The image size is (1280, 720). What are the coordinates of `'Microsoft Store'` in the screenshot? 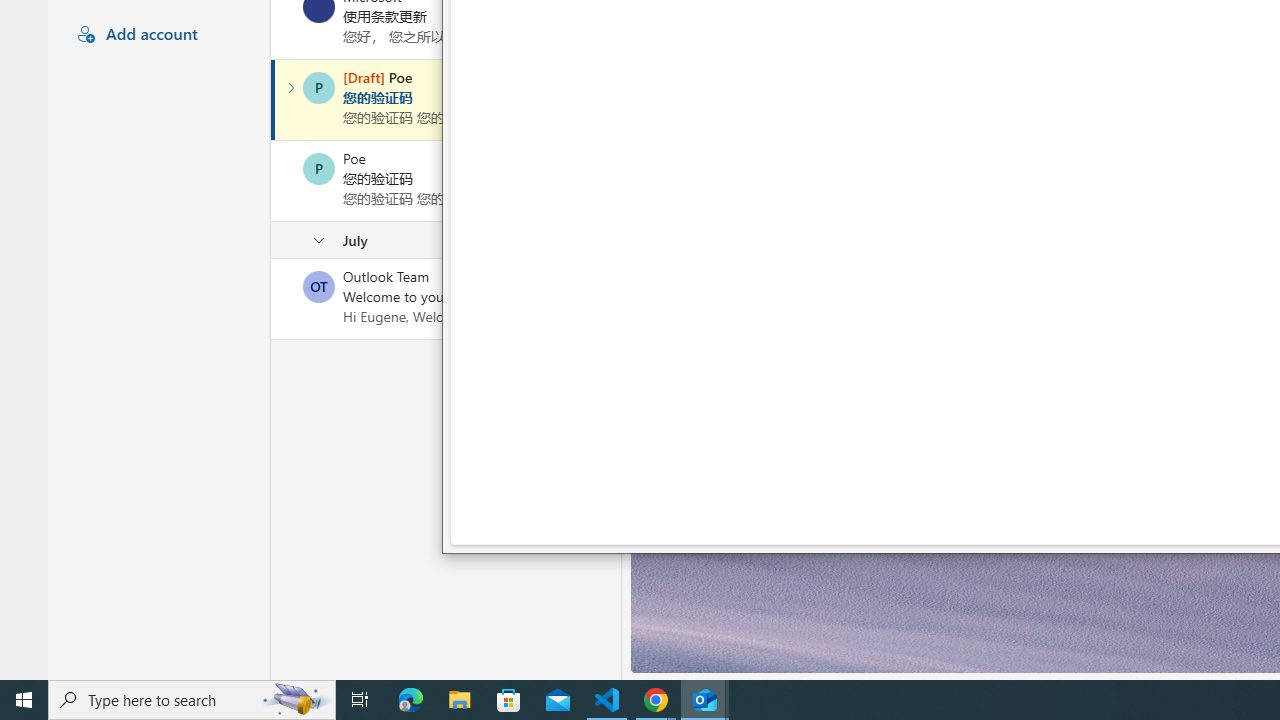 It's located at (509, 698).